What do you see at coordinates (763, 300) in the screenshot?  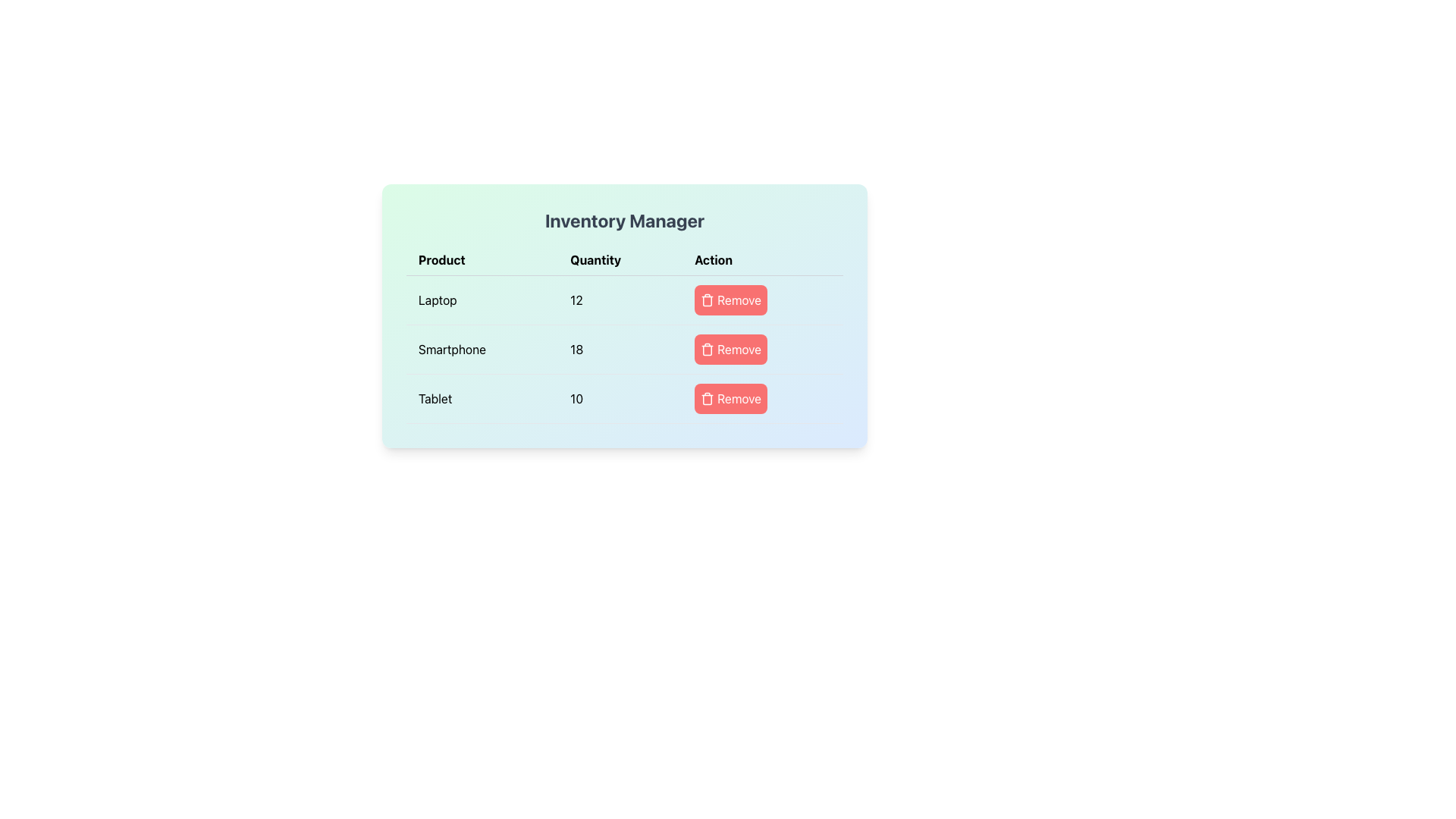 I see `the 'Remove' button with a red background and white text, located in the 'Action' column of the first row under the 'Inventory Manager' header` at bounding box center [763, 300].